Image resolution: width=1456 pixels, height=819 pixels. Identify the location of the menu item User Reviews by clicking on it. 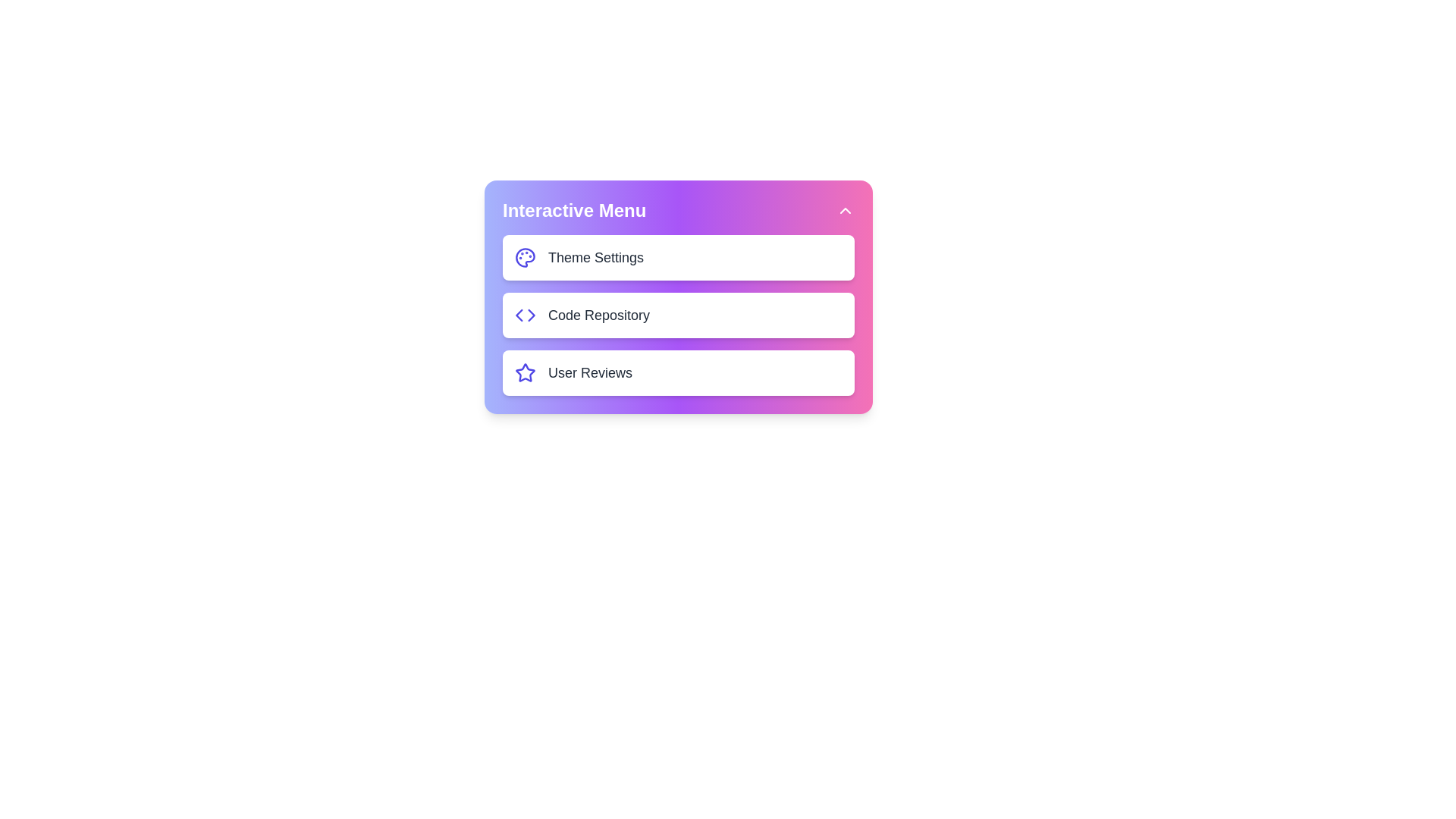
(677, 373).